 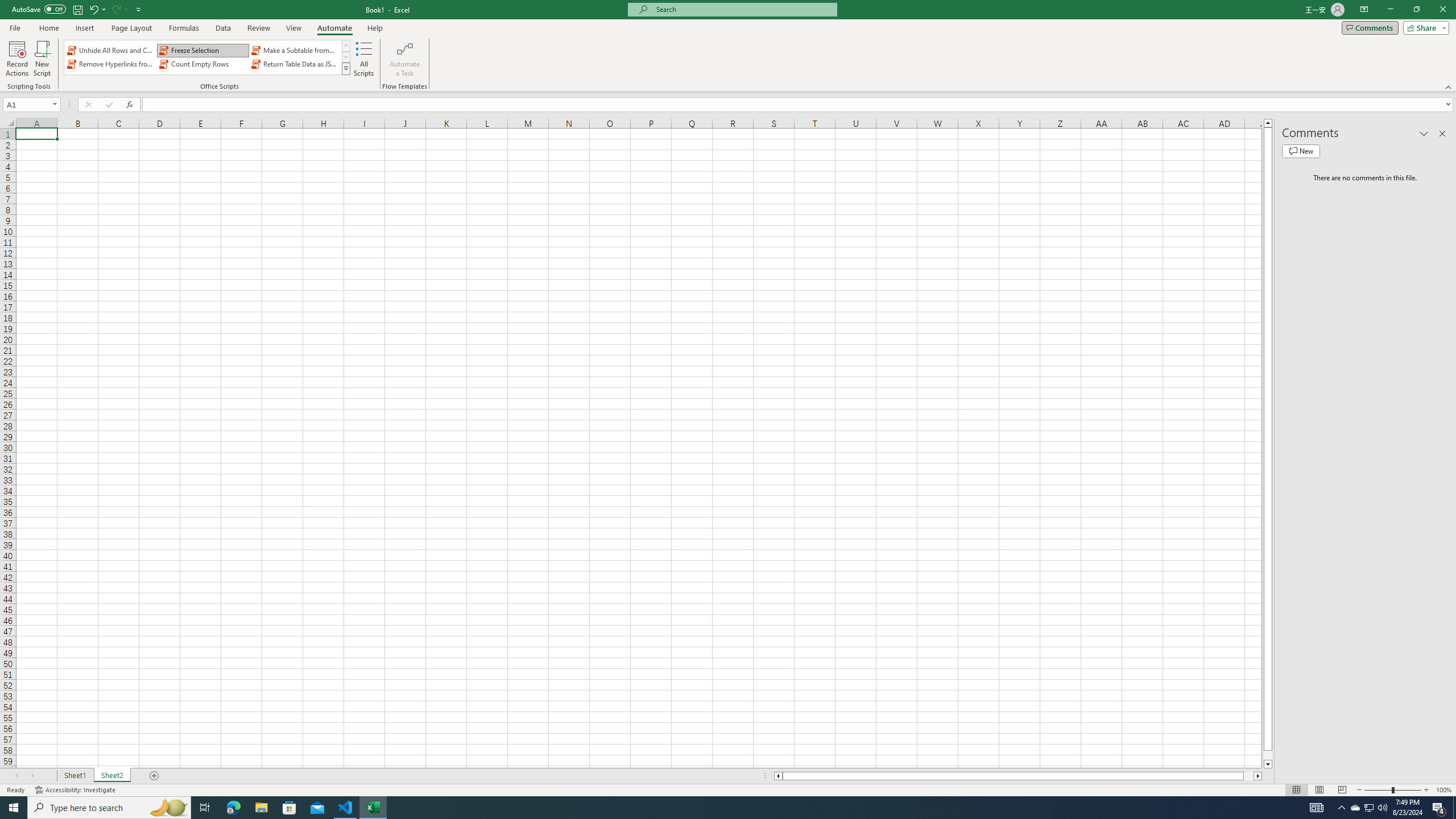 What do you see at coordinates (294, 50) in the screenshot?
I see `'Make a Subtable from a Selection'` at bounding box center [294, 50].